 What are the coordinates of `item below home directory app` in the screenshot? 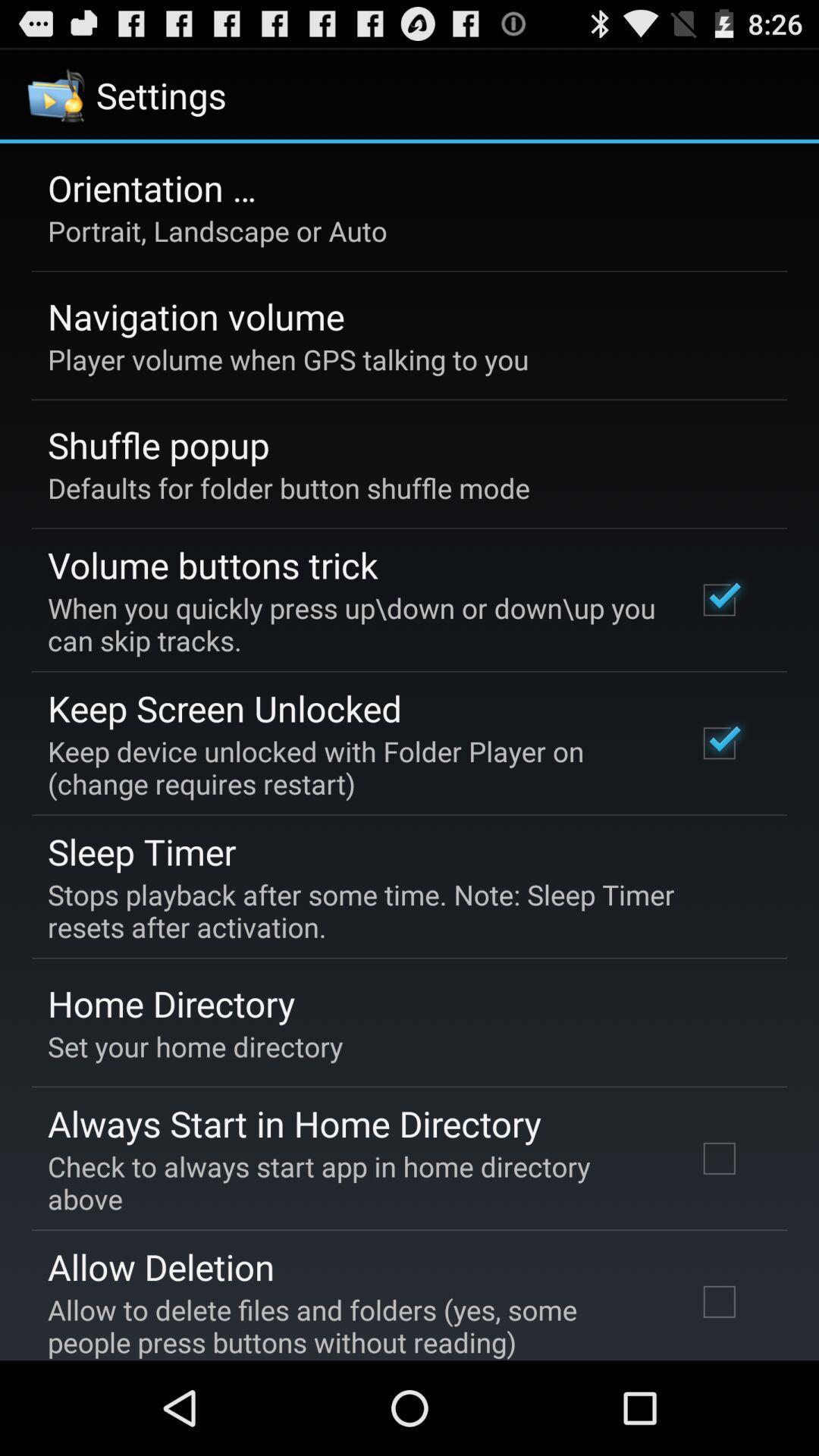 It's located at (194, 1046).